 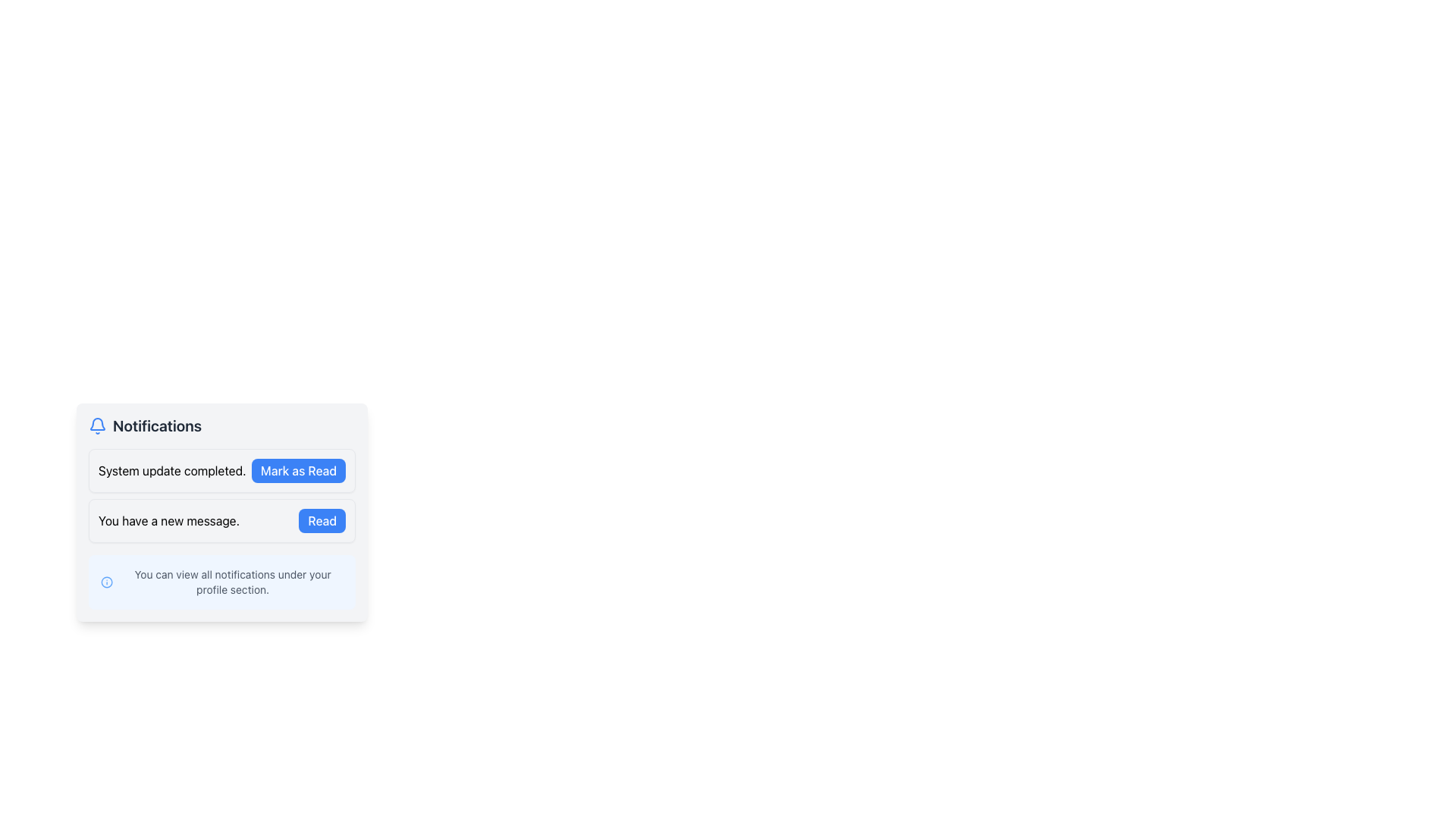 What do you see at coordinates (298, 470) in the screenshot?
I see `the 'Mark as Read' button` at bounding box center [298, 470].